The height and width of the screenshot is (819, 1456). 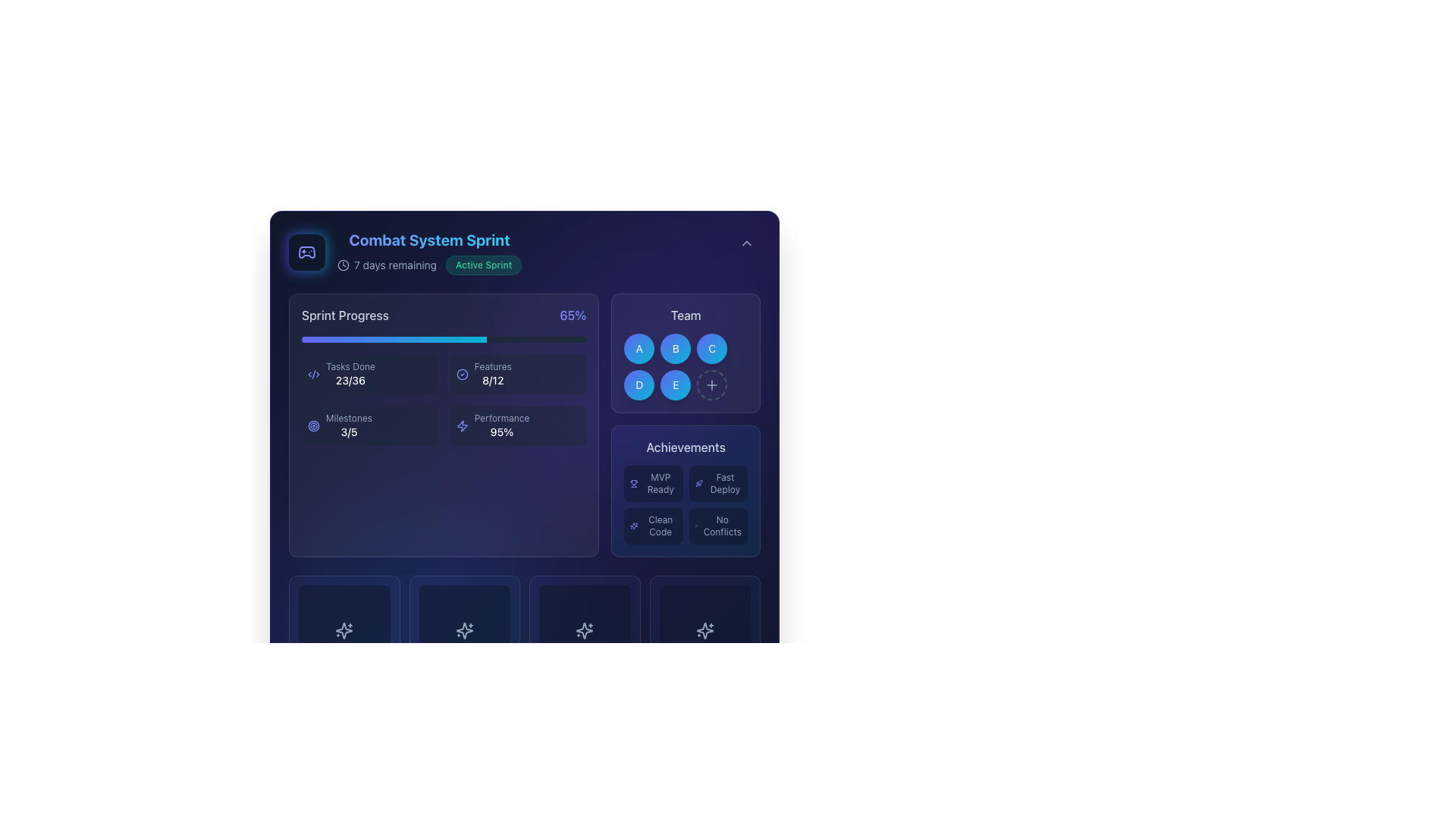 I want to click on the subtle gray text label that reads 'Milestones', which is aligned to the left and positioned above the larger text '3/5' in the 'Sprint Progress' section, so click(x=348, y=418).